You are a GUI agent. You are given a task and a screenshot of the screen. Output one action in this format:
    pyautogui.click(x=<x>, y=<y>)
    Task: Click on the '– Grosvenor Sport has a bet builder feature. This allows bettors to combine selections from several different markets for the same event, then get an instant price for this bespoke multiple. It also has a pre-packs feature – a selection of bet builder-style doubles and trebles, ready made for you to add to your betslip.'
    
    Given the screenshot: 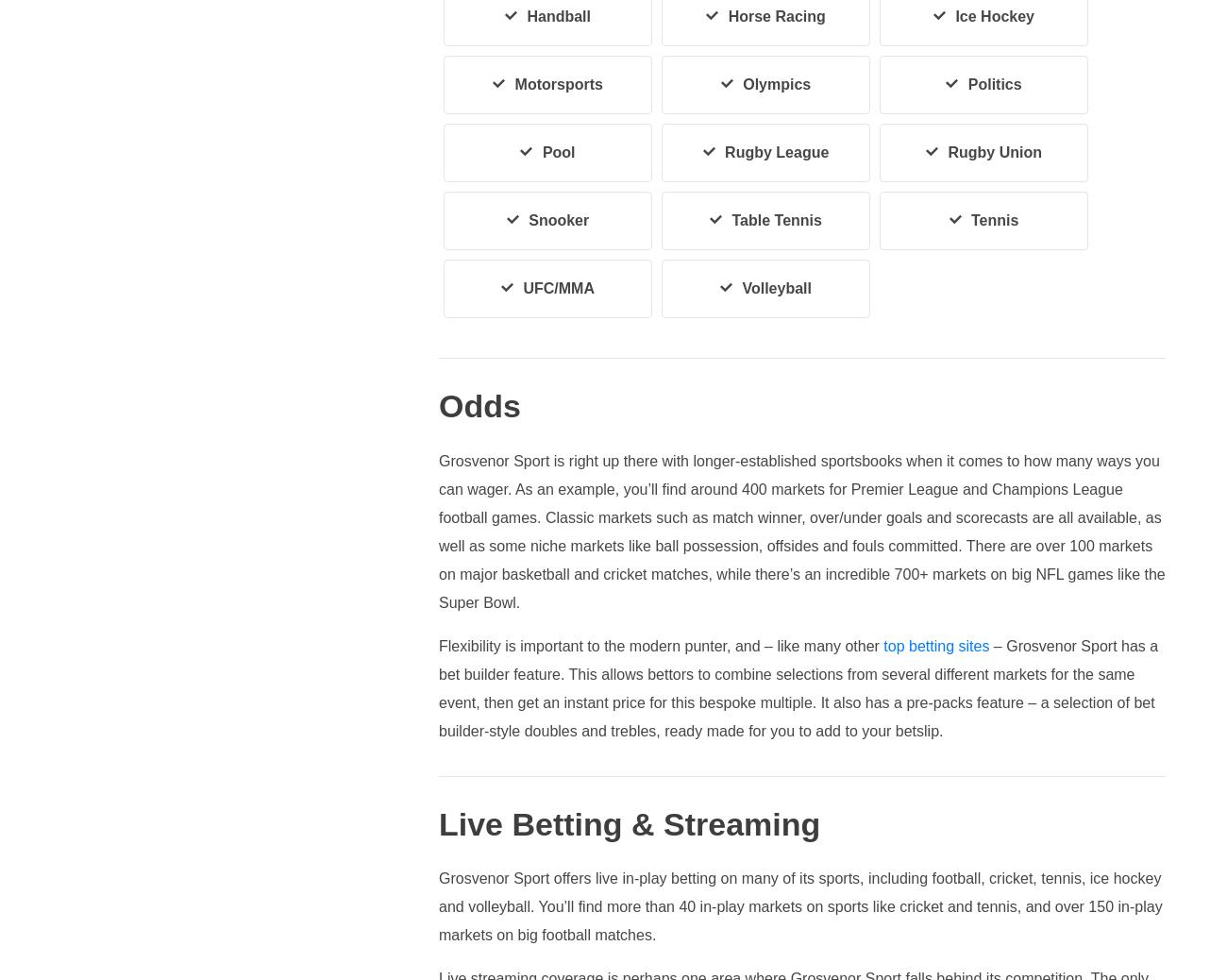 What is the action you would take?
    pyautogui.click(x=798, y=686)
    